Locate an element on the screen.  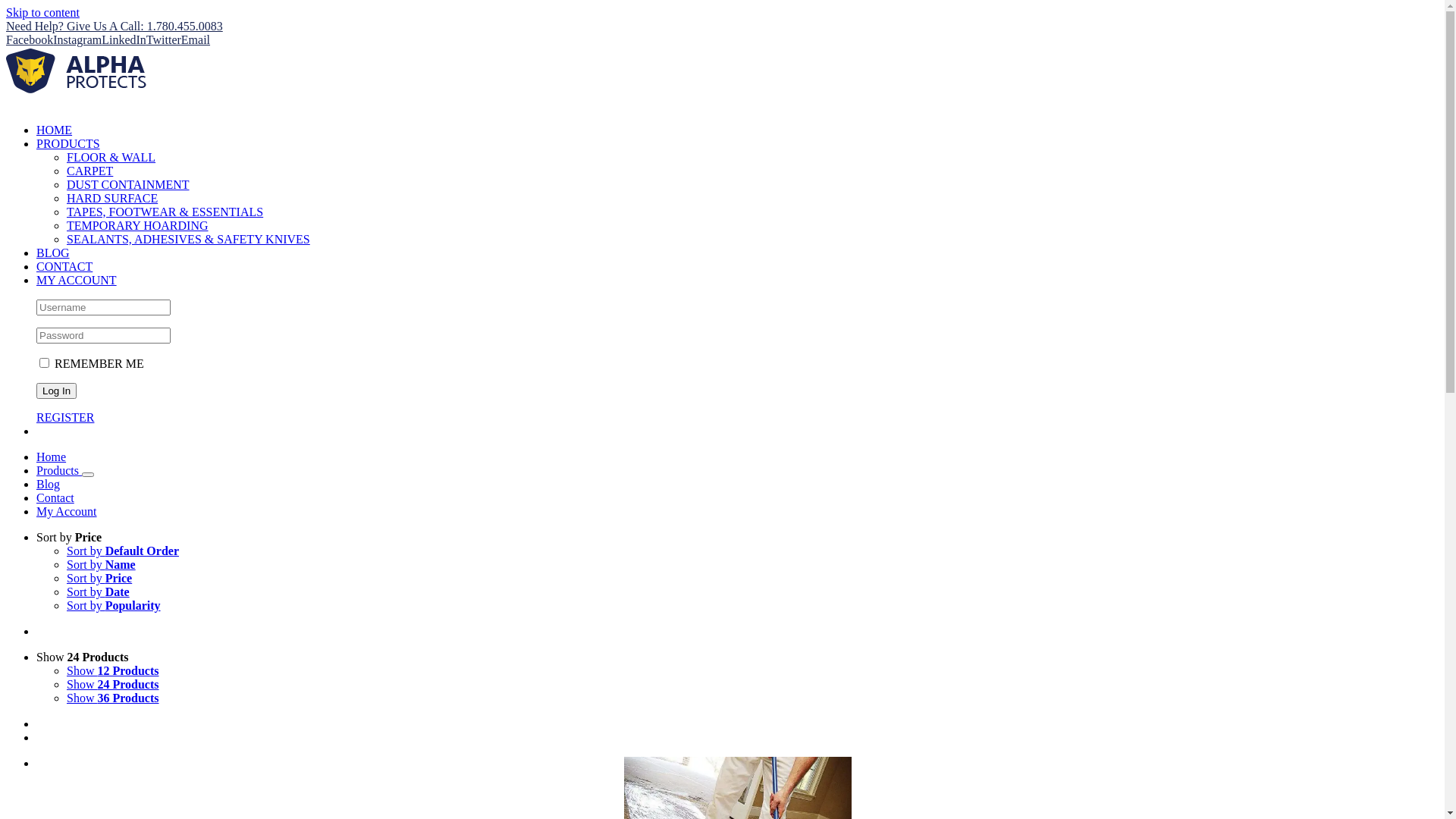
'CARPET' is located at coordinates (89, 171).